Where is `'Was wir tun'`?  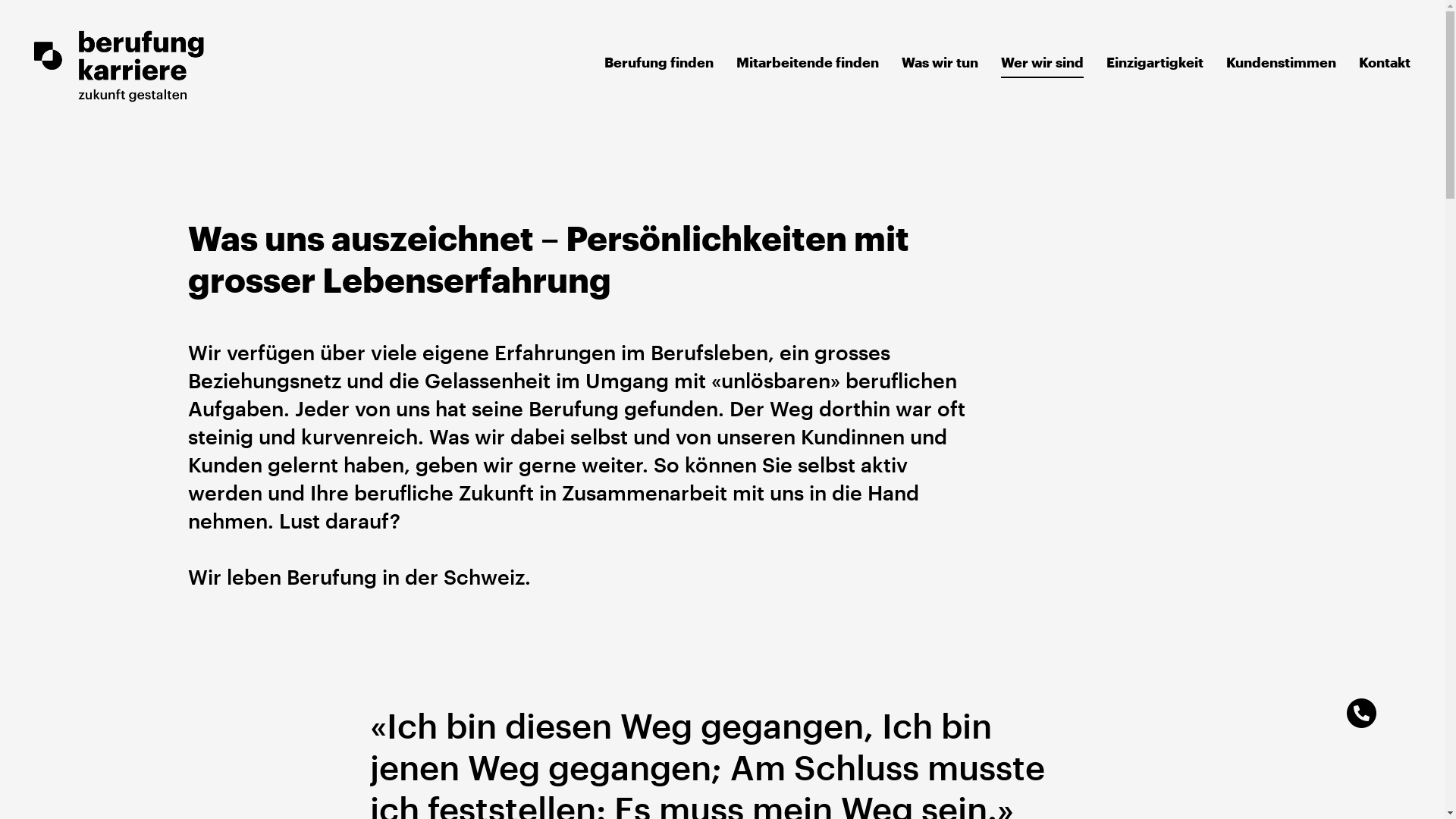 'Was wir tun' is located at coordinates (939, 61).